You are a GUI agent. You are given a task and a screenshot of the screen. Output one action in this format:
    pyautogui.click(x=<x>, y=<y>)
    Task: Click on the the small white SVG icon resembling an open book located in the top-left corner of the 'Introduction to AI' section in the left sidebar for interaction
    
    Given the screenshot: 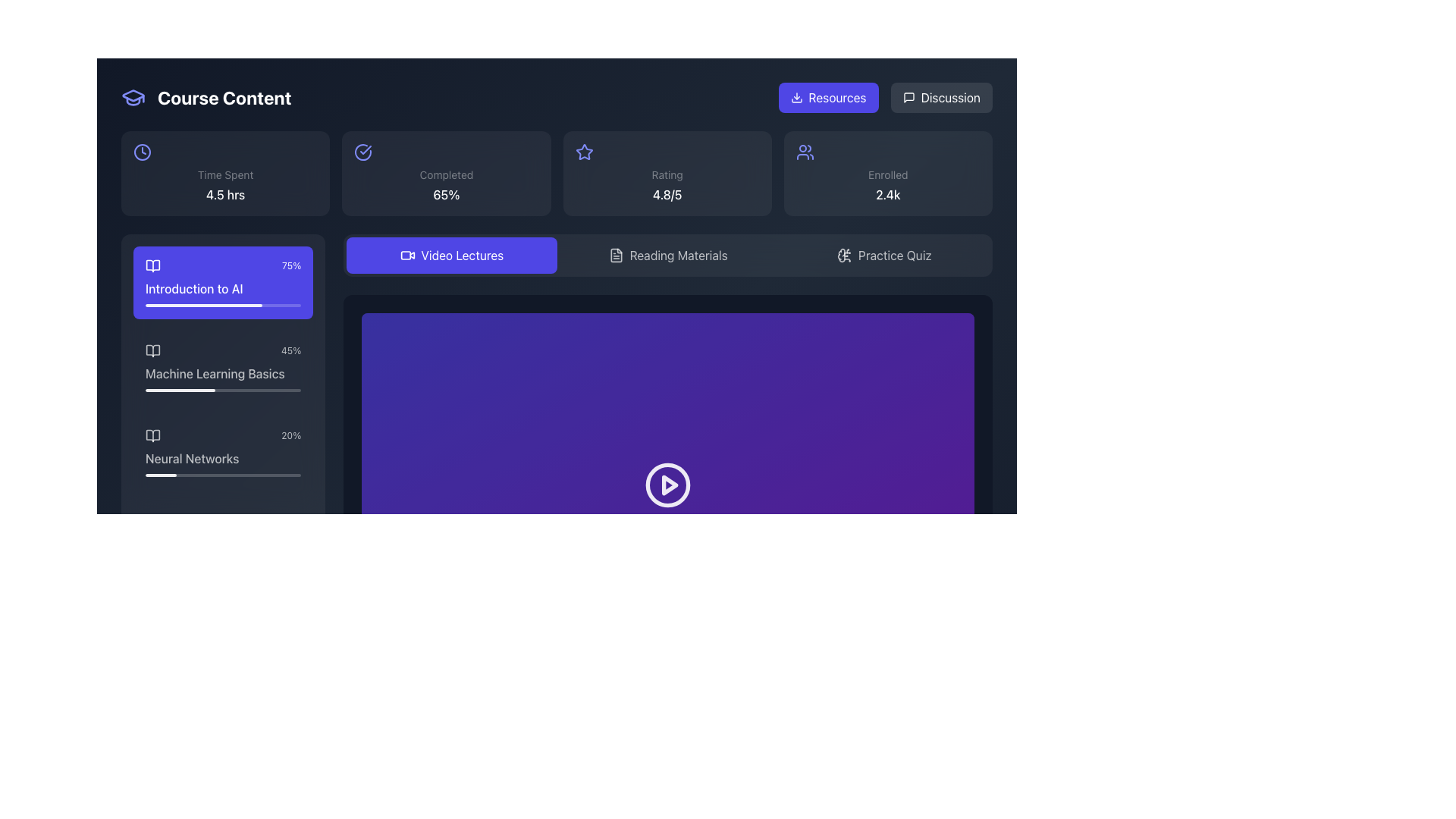 What is the action you would take?
    pyautogui.click(x=152, y=265)
    